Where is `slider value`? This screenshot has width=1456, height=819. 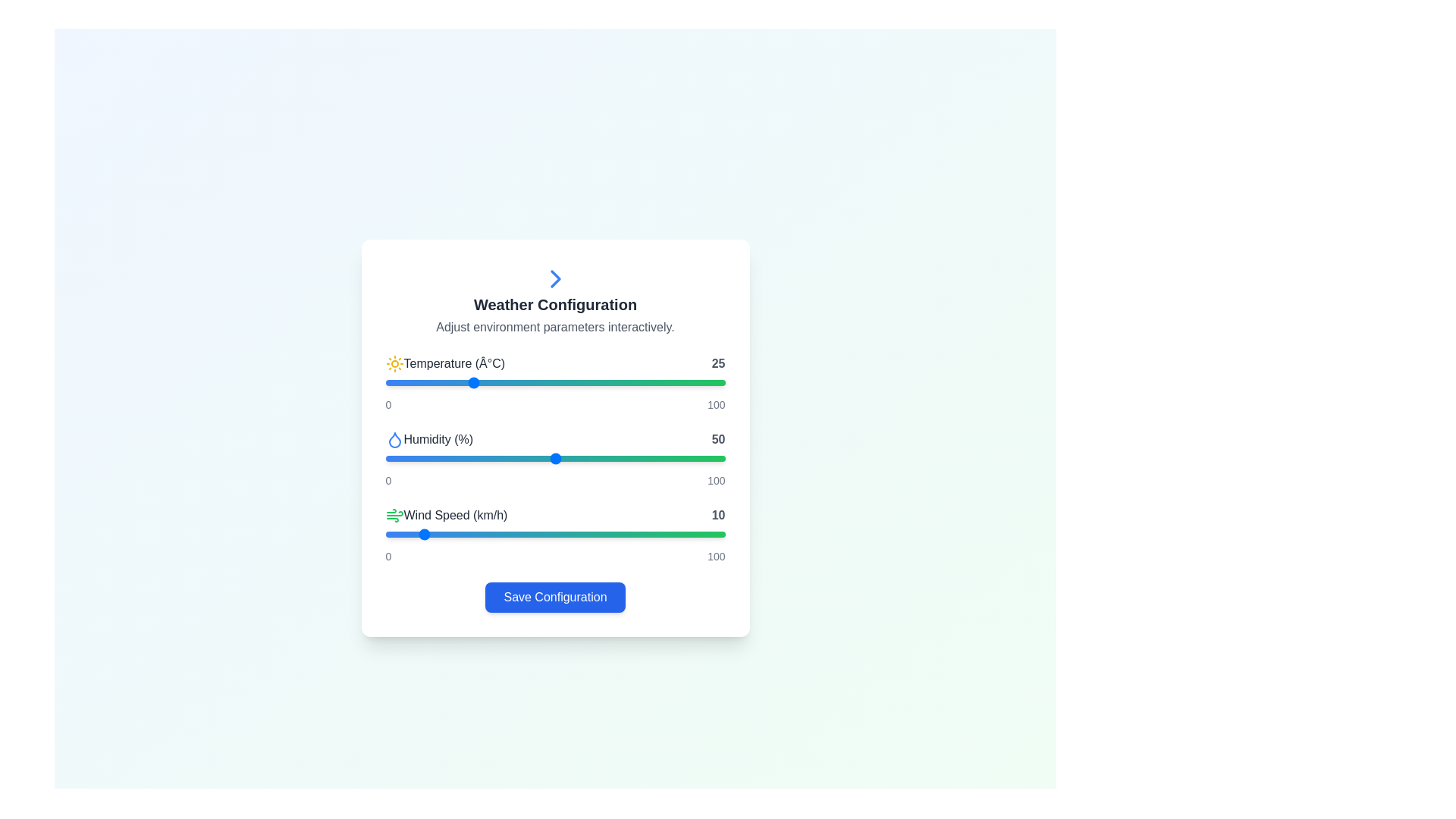
slider value is located at coordinates (507, 382).